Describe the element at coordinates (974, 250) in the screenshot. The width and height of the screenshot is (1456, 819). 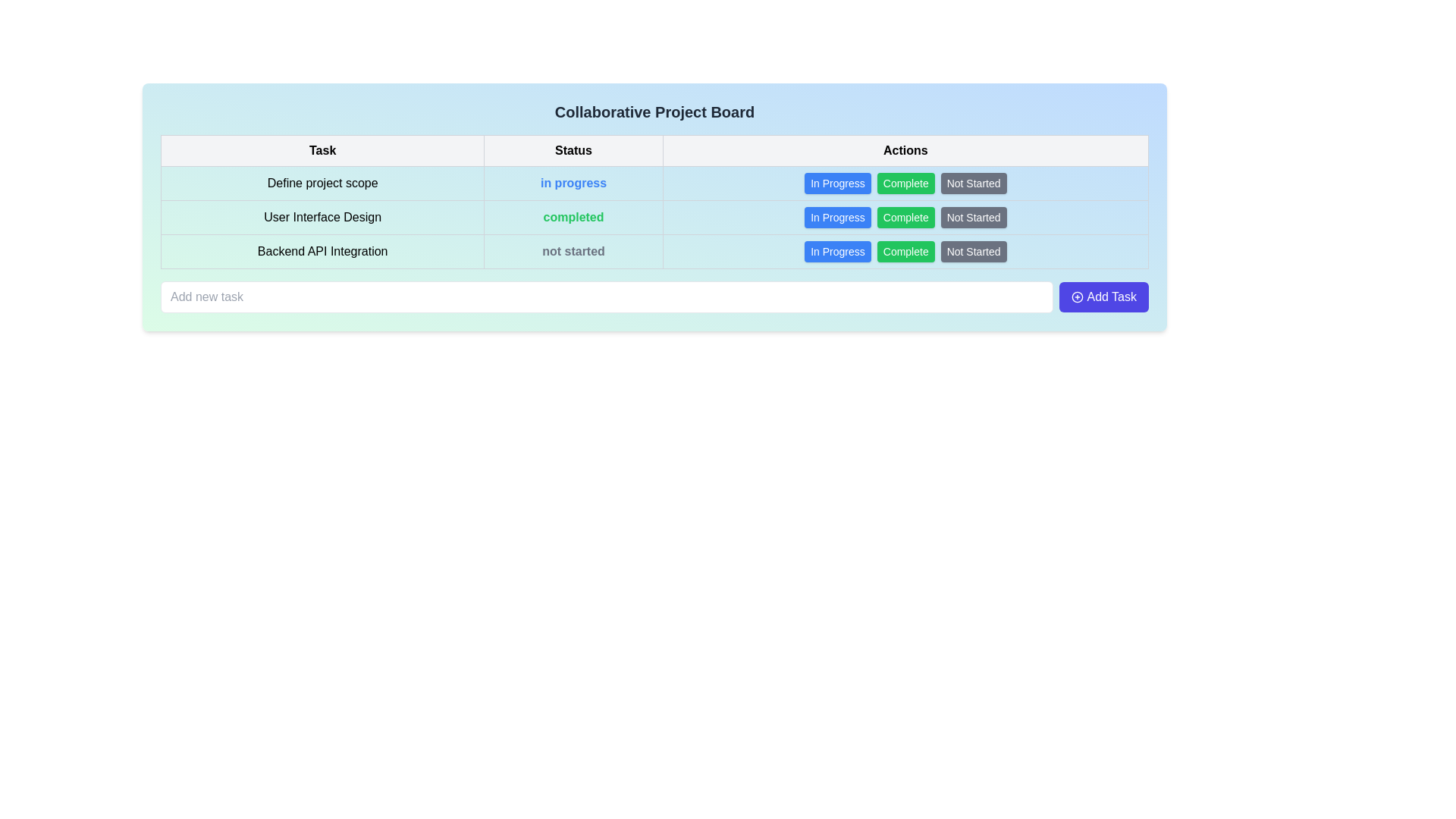
I see `the 'Not Started' button in the 'Actions' column of the third row` at that location.